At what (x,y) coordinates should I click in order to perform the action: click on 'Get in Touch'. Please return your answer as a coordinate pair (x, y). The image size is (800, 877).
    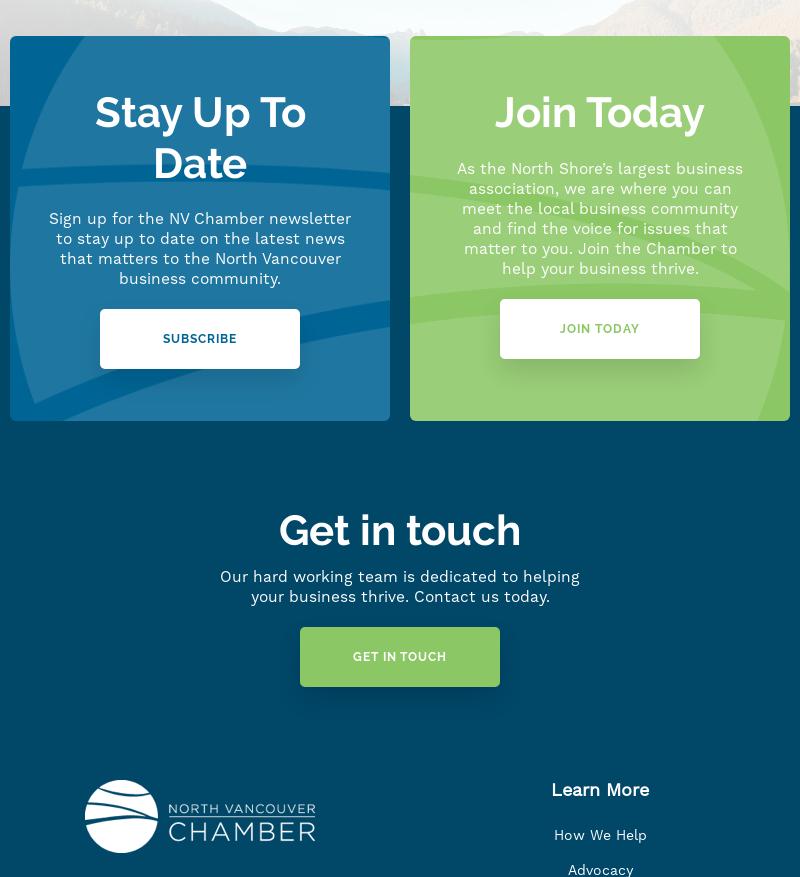
    Looking at the image, I should click on (398, 655).